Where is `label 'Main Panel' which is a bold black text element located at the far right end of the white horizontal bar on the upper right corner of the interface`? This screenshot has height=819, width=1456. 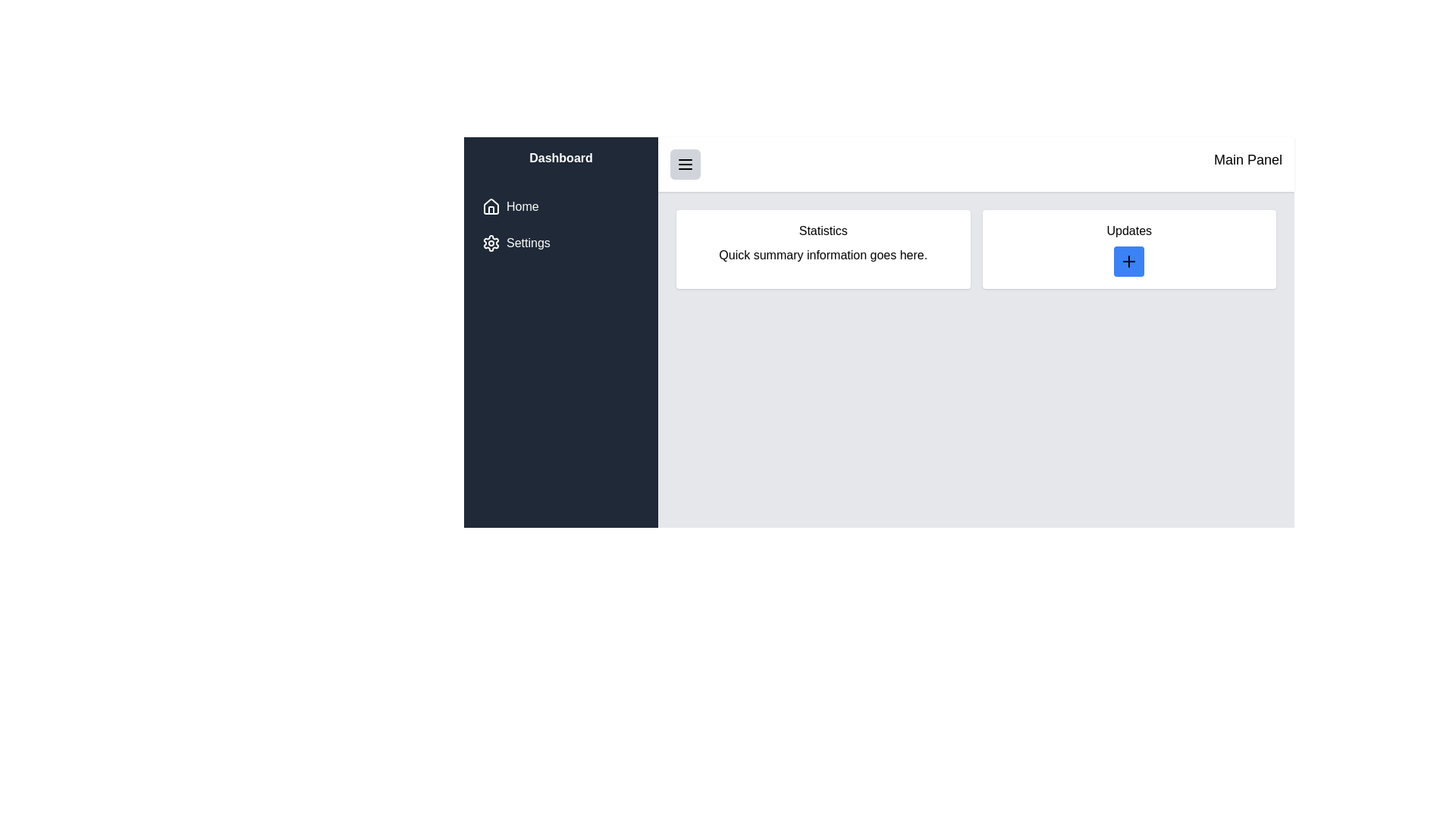 label 'Main Panel' which is a bold black text element located at the far right end of the white horizontal bar on the upper right corner of the interface is located at coordinates (1248, 164).